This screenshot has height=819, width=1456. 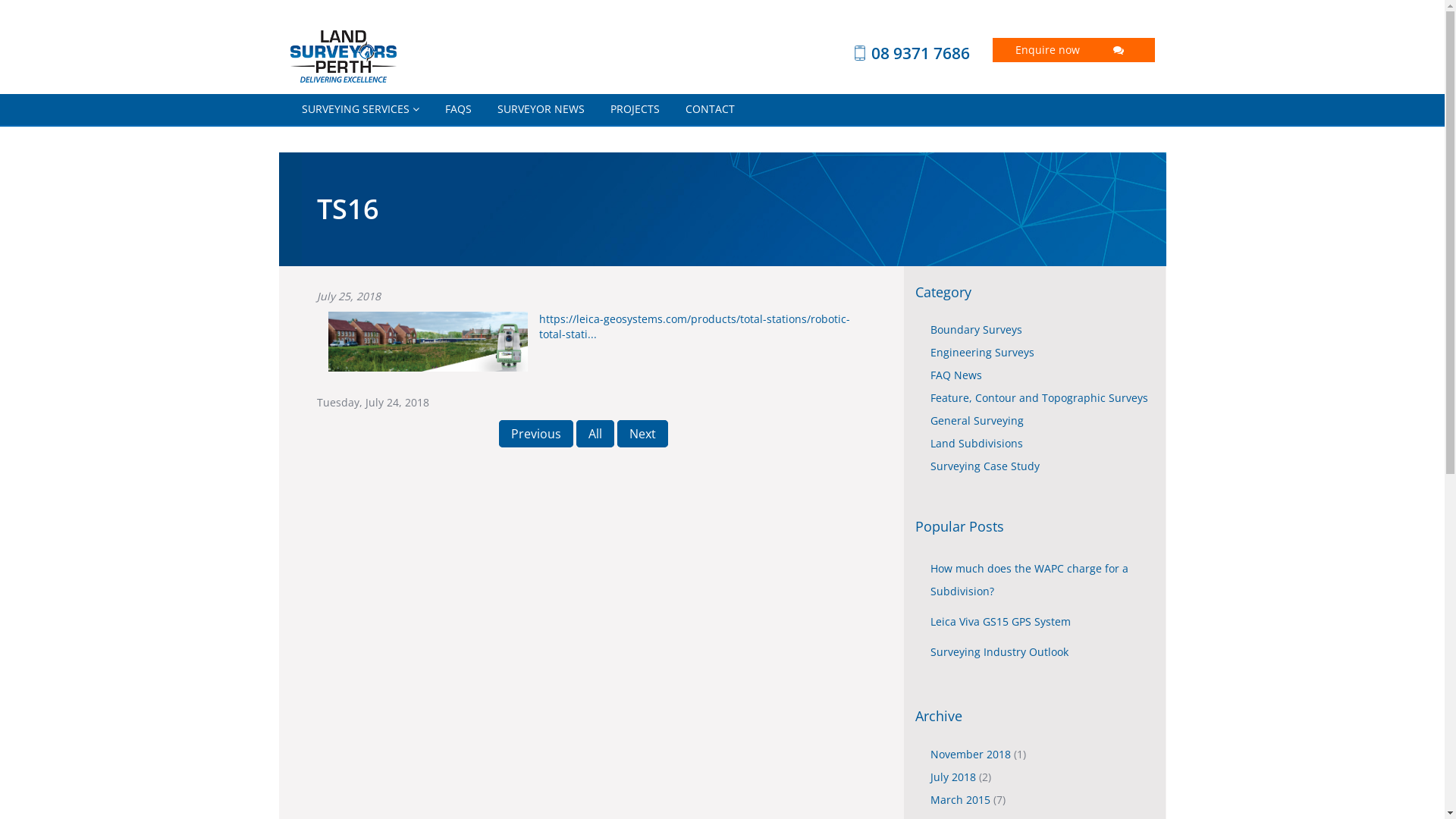 I want to click on 'Enquire now', so click(x=1073, y=49).